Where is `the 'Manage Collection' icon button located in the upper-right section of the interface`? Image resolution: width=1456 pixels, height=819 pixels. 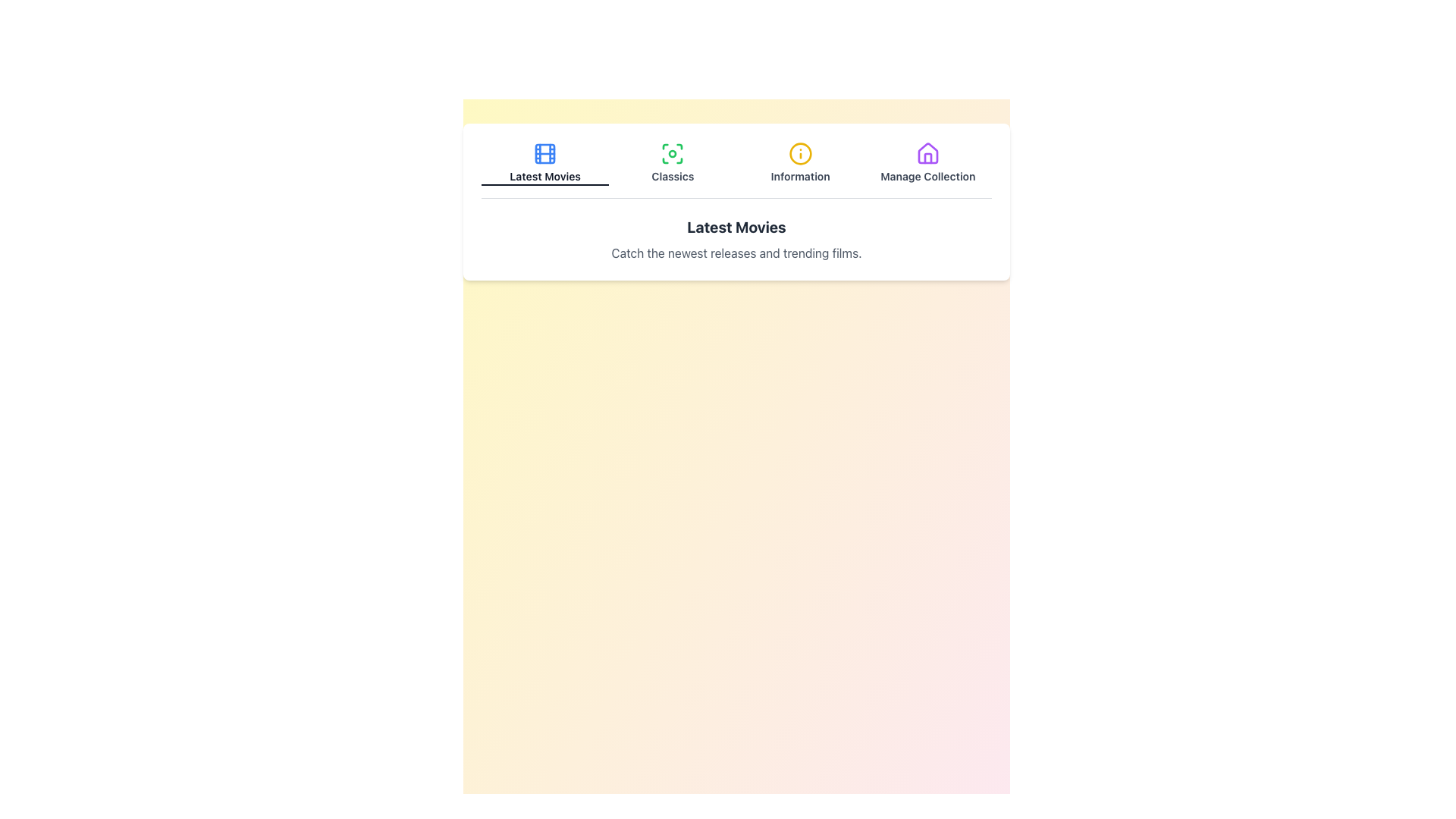 the 'Manage Collection' icon button located in the upper-right section of the interface is located at coordinates (927, 153).